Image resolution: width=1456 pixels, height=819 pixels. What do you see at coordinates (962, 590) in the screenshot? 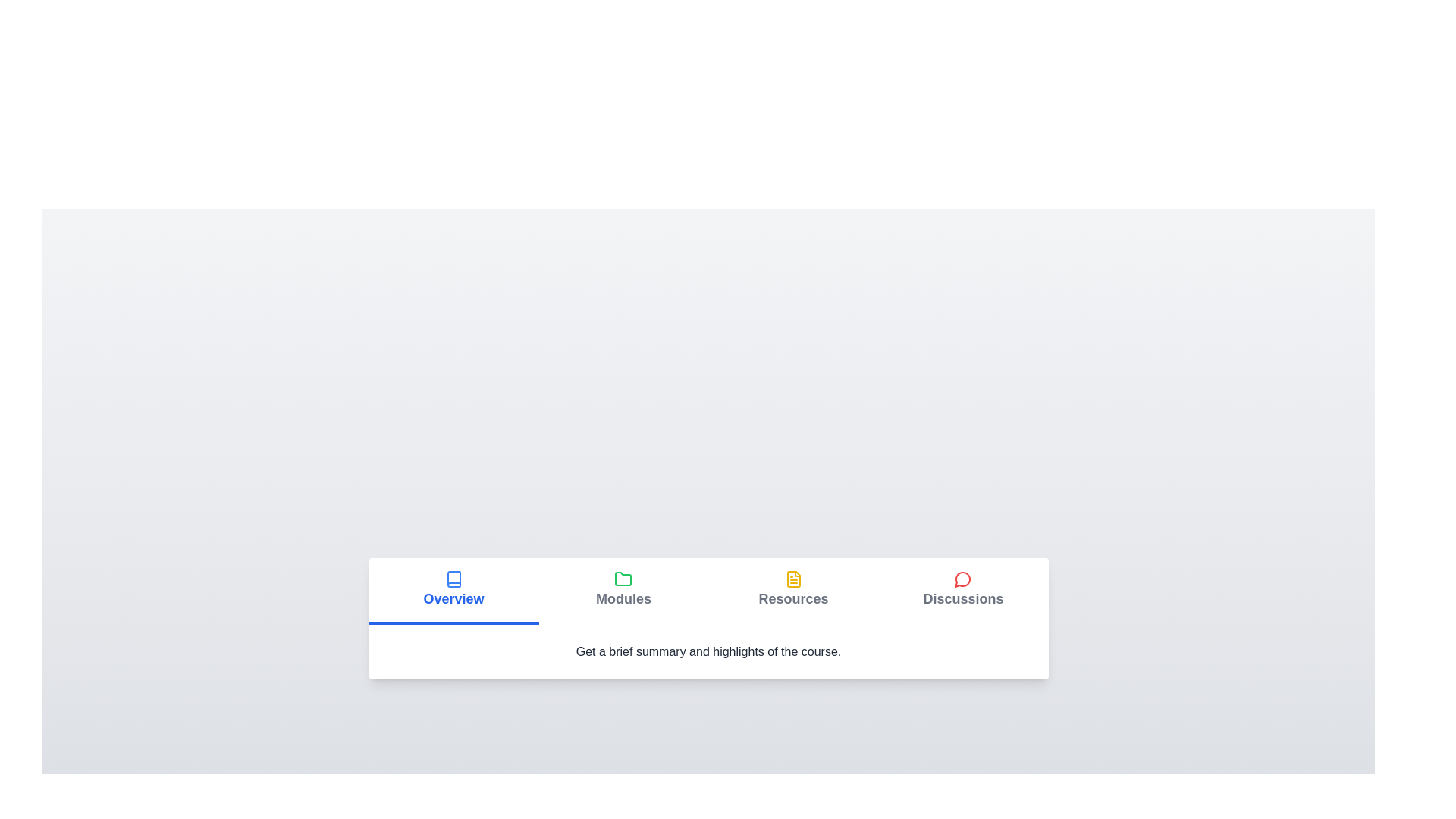
I see `the tab Discussions to view its content` at bounding box center [962, 590].